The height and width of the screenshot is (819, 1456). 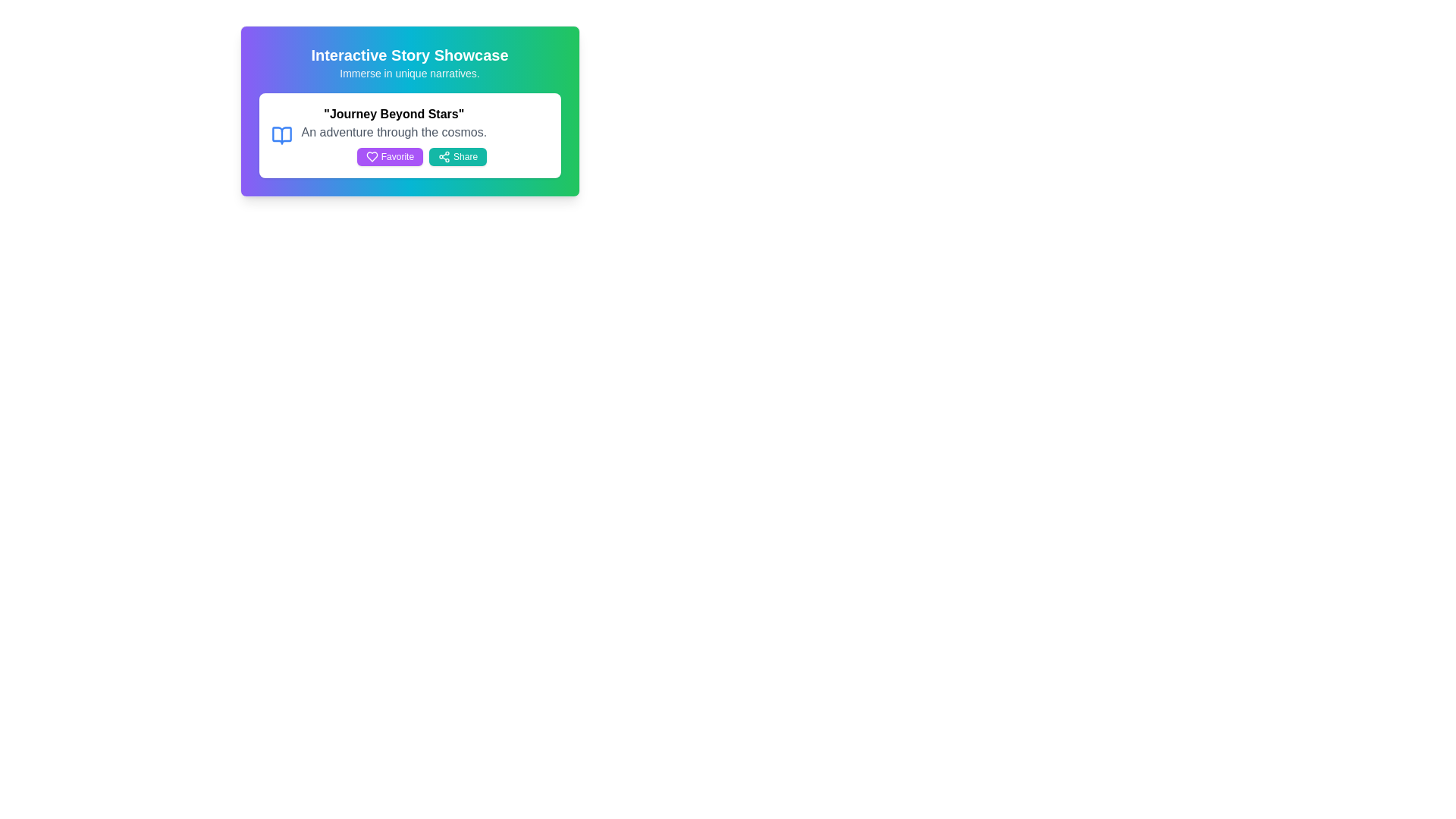 I want to click on the 'Favorite' button with a purple background and heart icon, located to the right of the text 'An adventure through the cosmos.', so click(x=394, y=157).